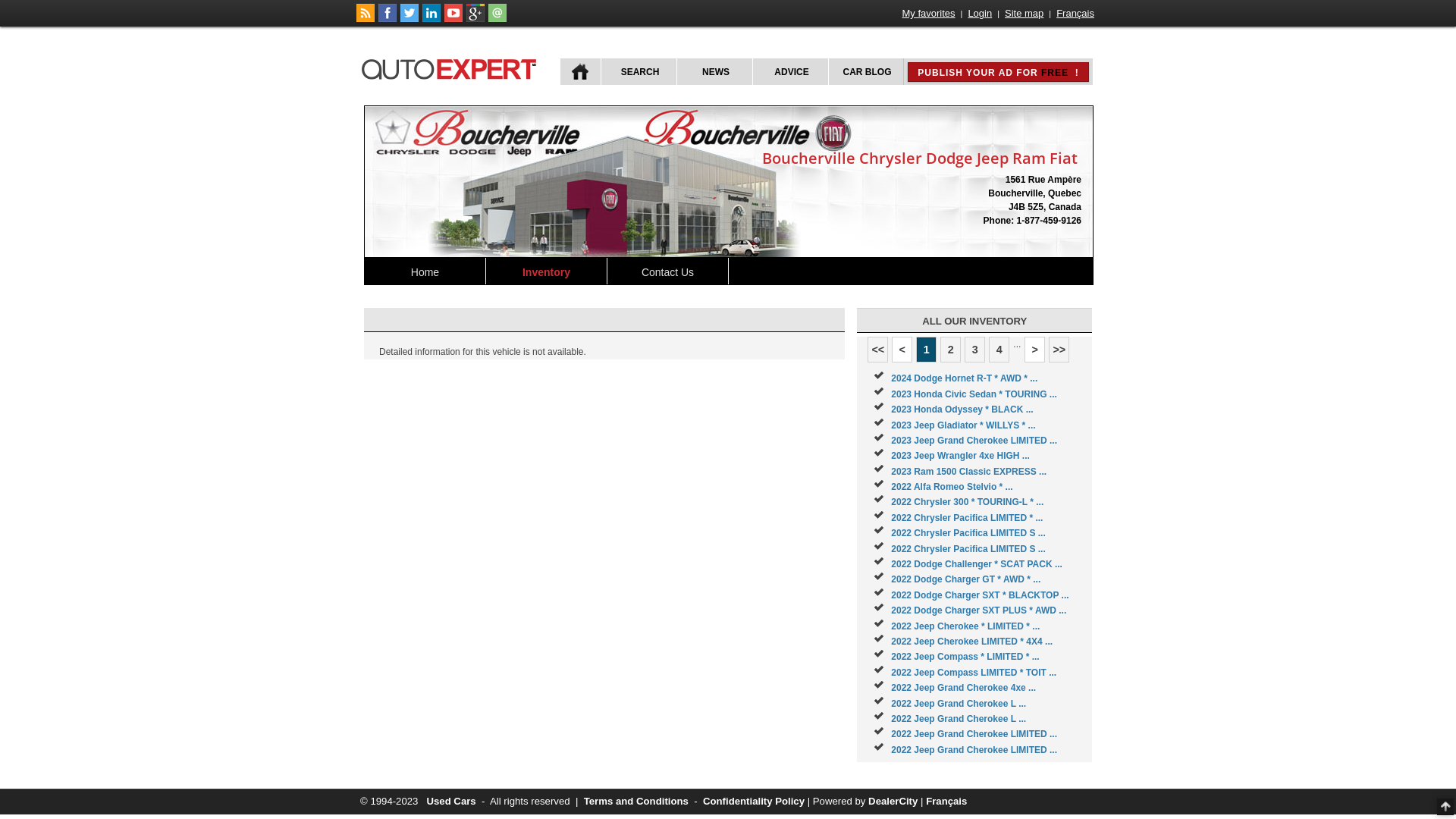 The height and width of the screenshot is (819, 1456). I want to click on 'Follow autoExpert.ca on Facebook', so click(387, 18).